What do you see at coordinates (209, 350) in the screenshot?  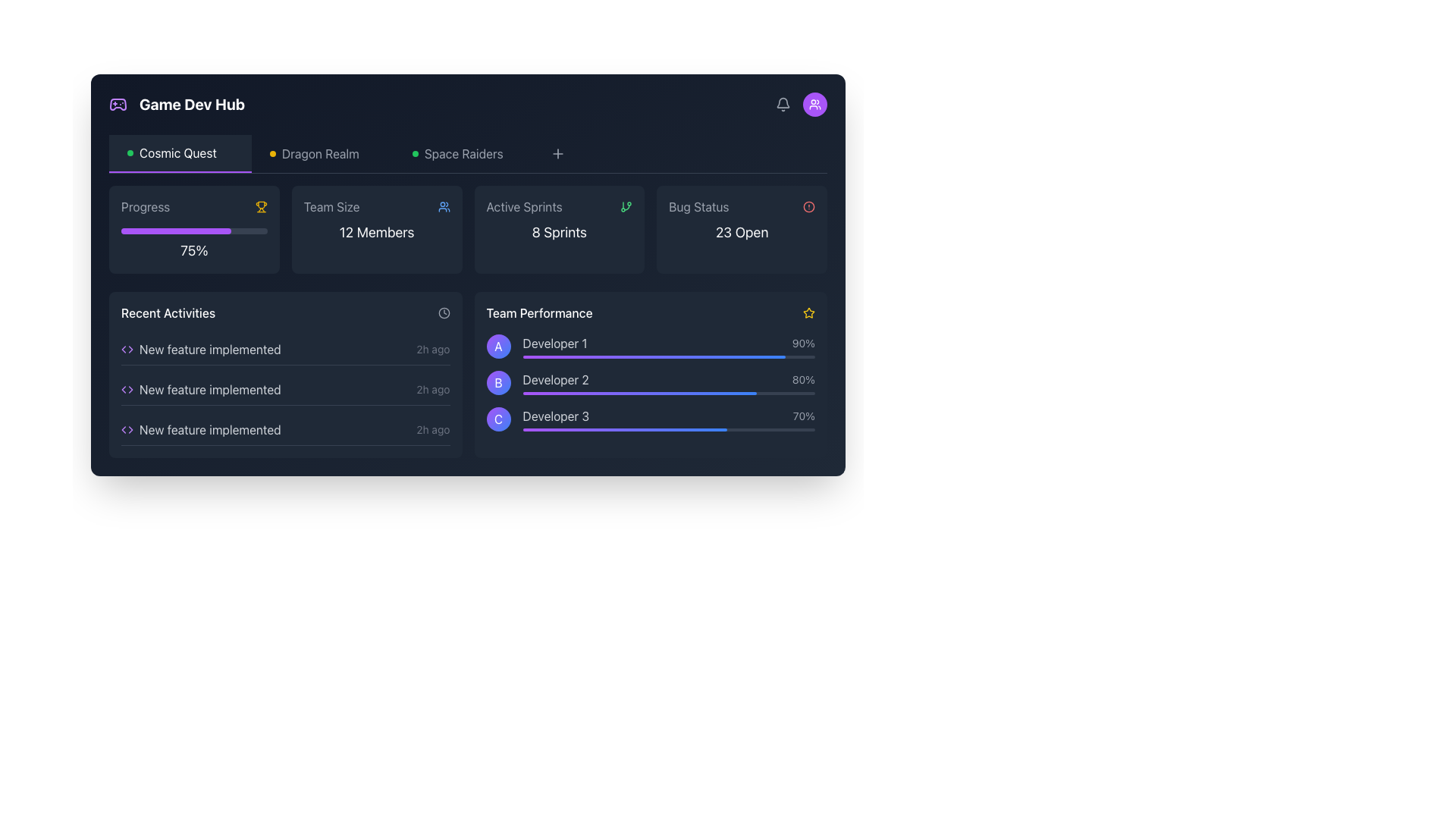 I see `text label that says 'New feature implemented', which is styled in gray and located within the 'Recent Activities' section, next to a small purple icon resembling code brackets` at bounding box center [209, 350].